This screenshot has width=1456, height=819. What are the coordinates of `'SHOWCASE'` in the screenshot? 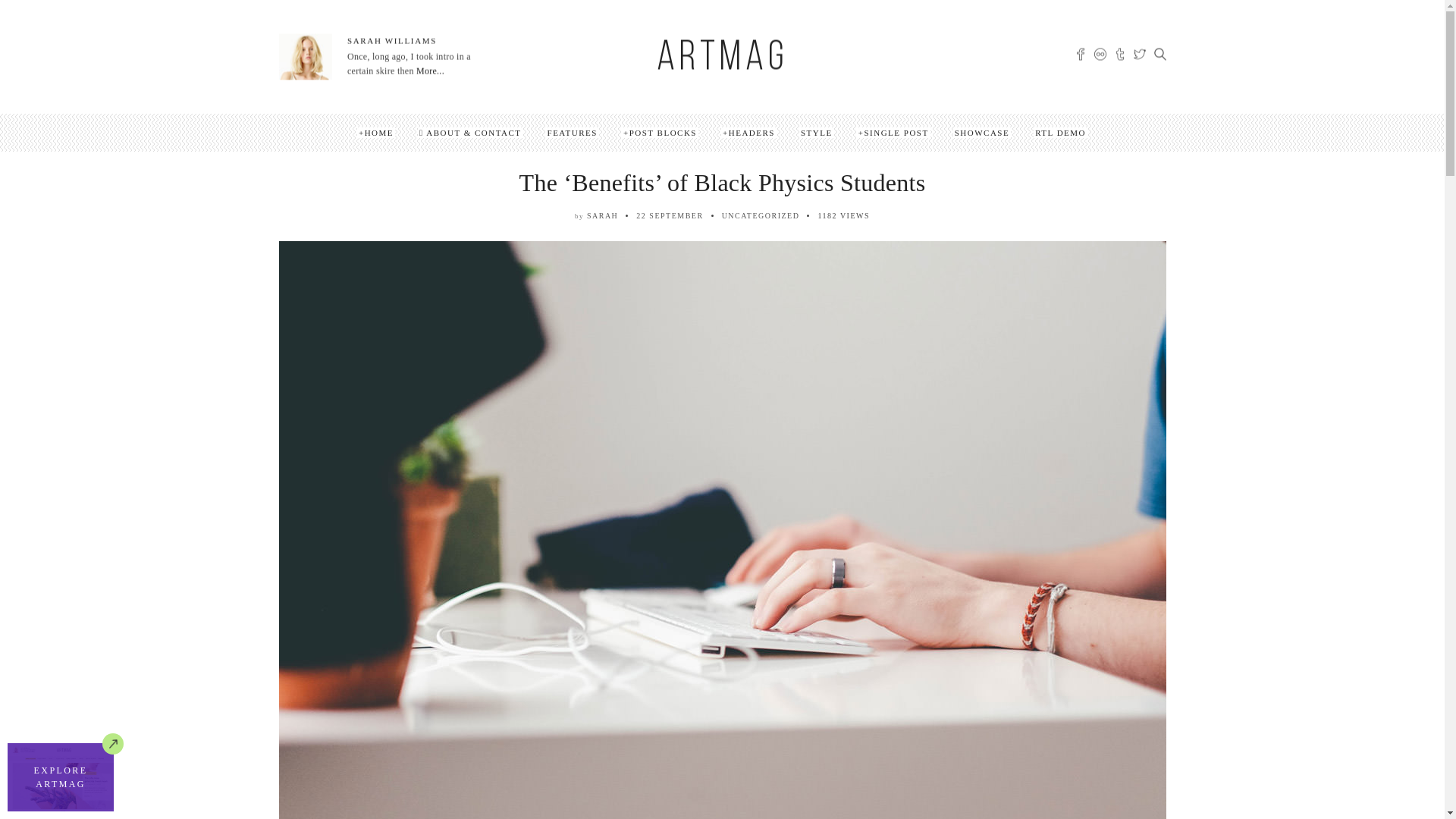 It's located at (952, 131).